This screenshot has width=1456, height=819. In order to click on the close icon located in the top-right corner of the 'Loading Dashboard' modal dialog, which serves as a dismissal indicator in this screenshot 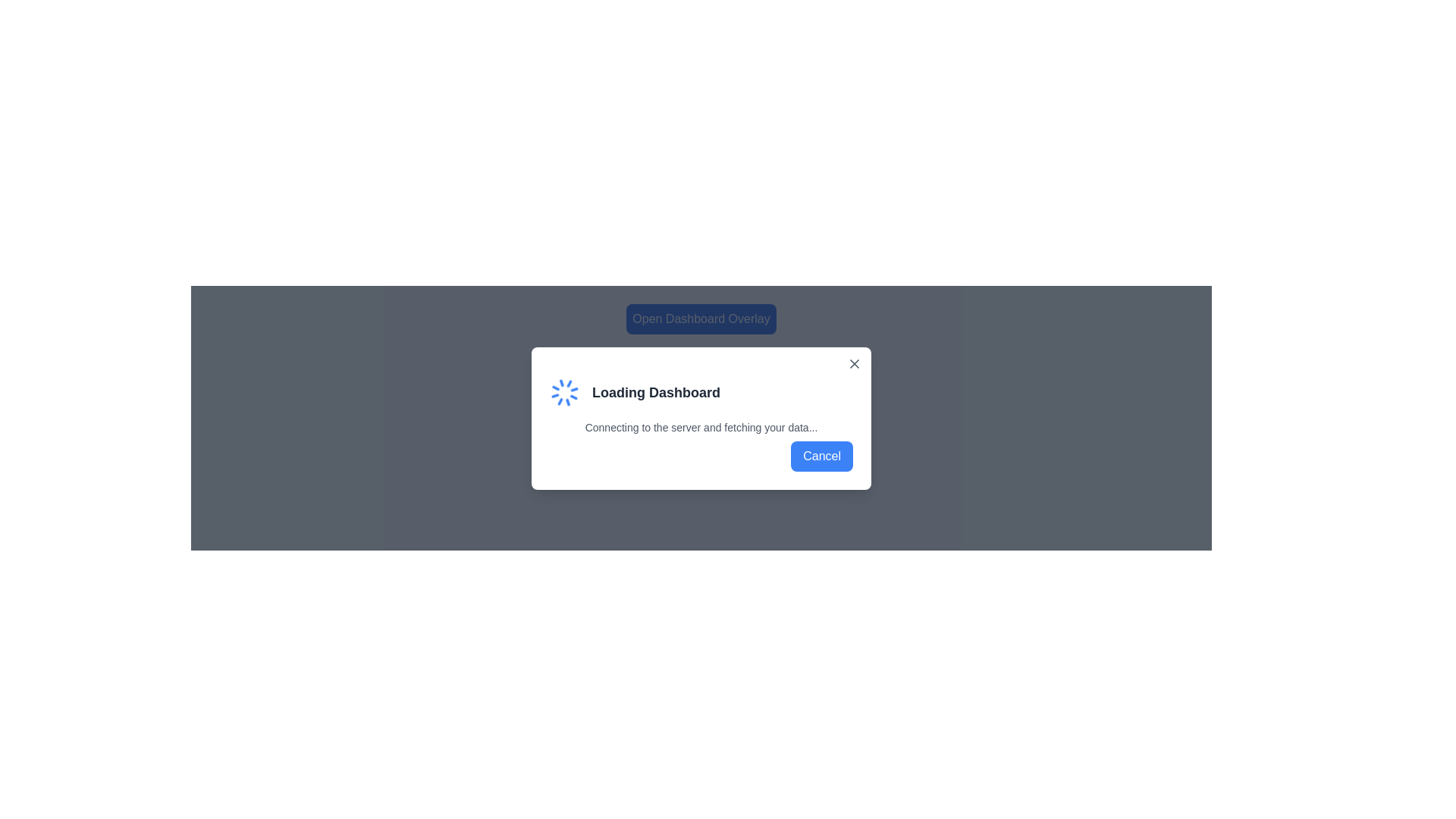, I will do `click(855, 363)`.